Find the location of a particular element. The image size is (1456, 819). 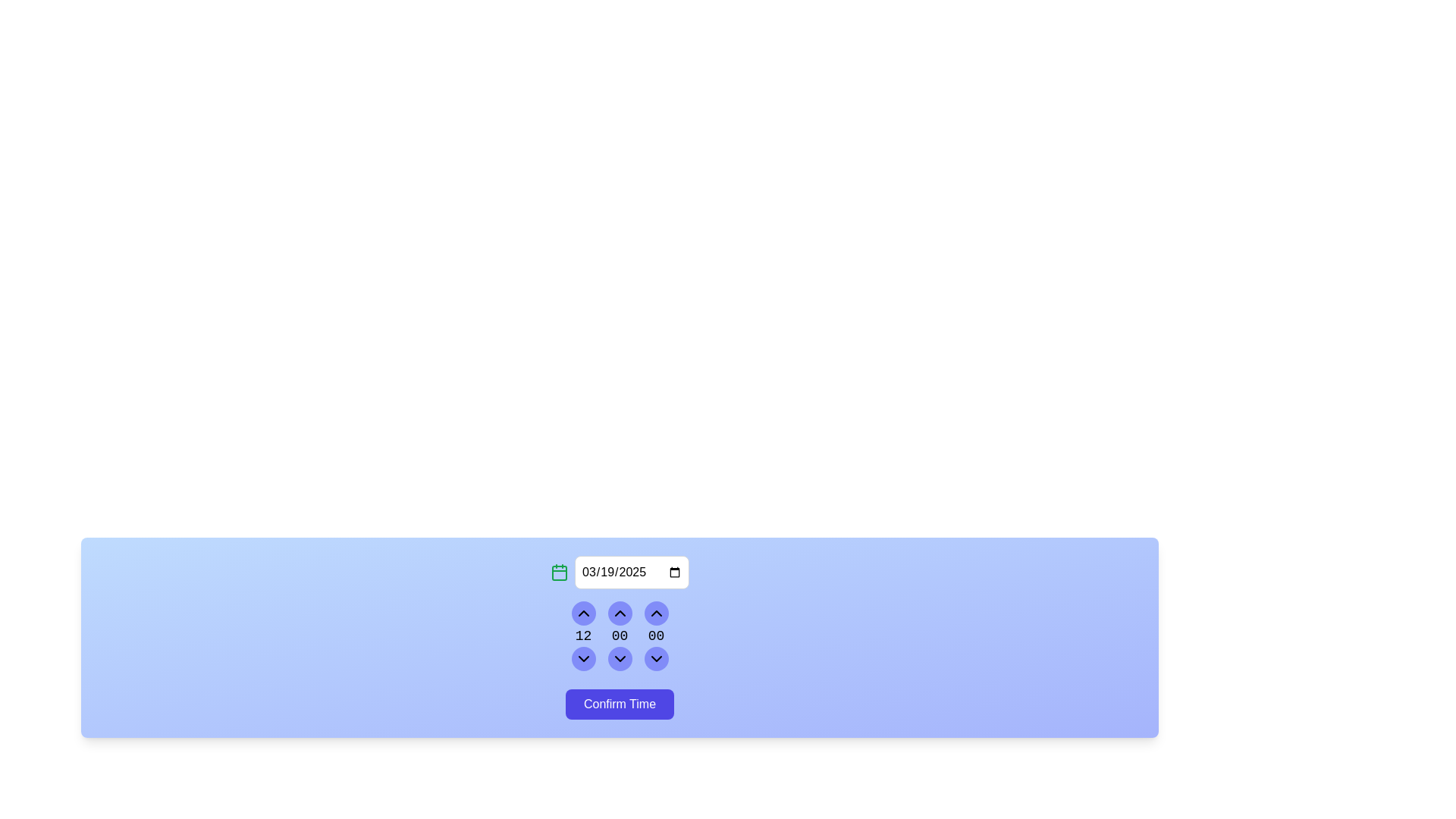

the upper button in the column of three interactive buttons to increment the counter value displayed as '00' below it is located at coordinates (620, 613).